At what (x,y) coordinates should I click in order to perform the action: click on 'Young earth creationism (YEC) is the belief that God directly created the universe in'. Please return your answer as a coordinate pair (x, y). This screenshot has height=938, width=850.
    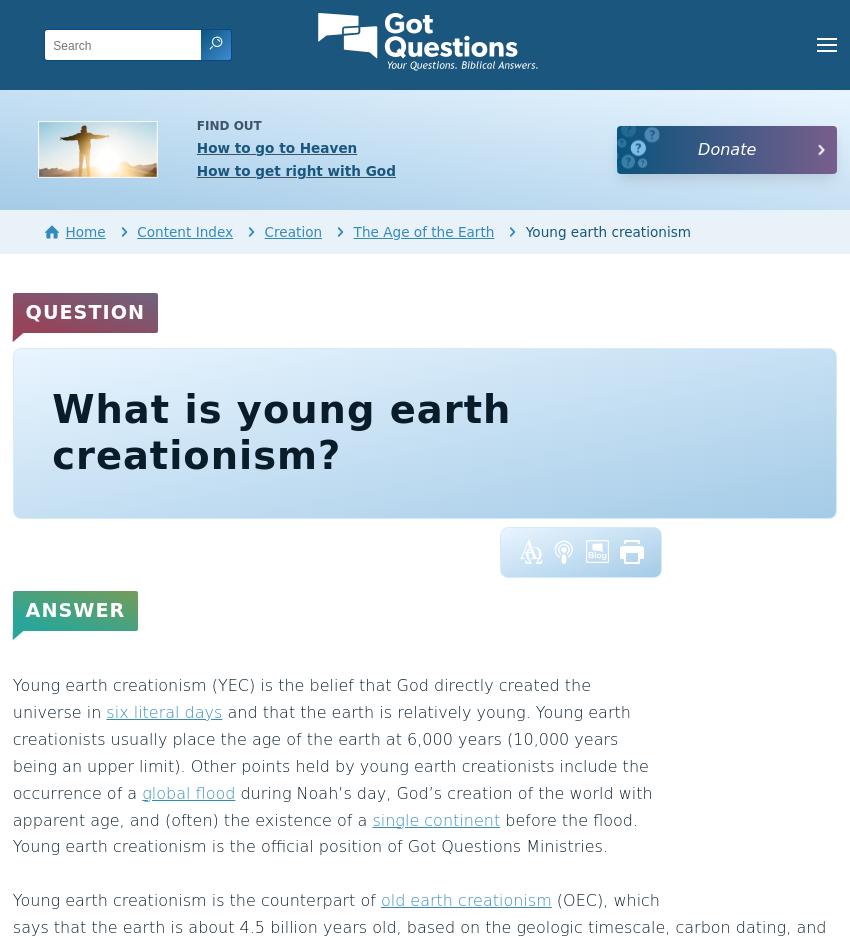
    Looking at the image, I should click on (301, 698).